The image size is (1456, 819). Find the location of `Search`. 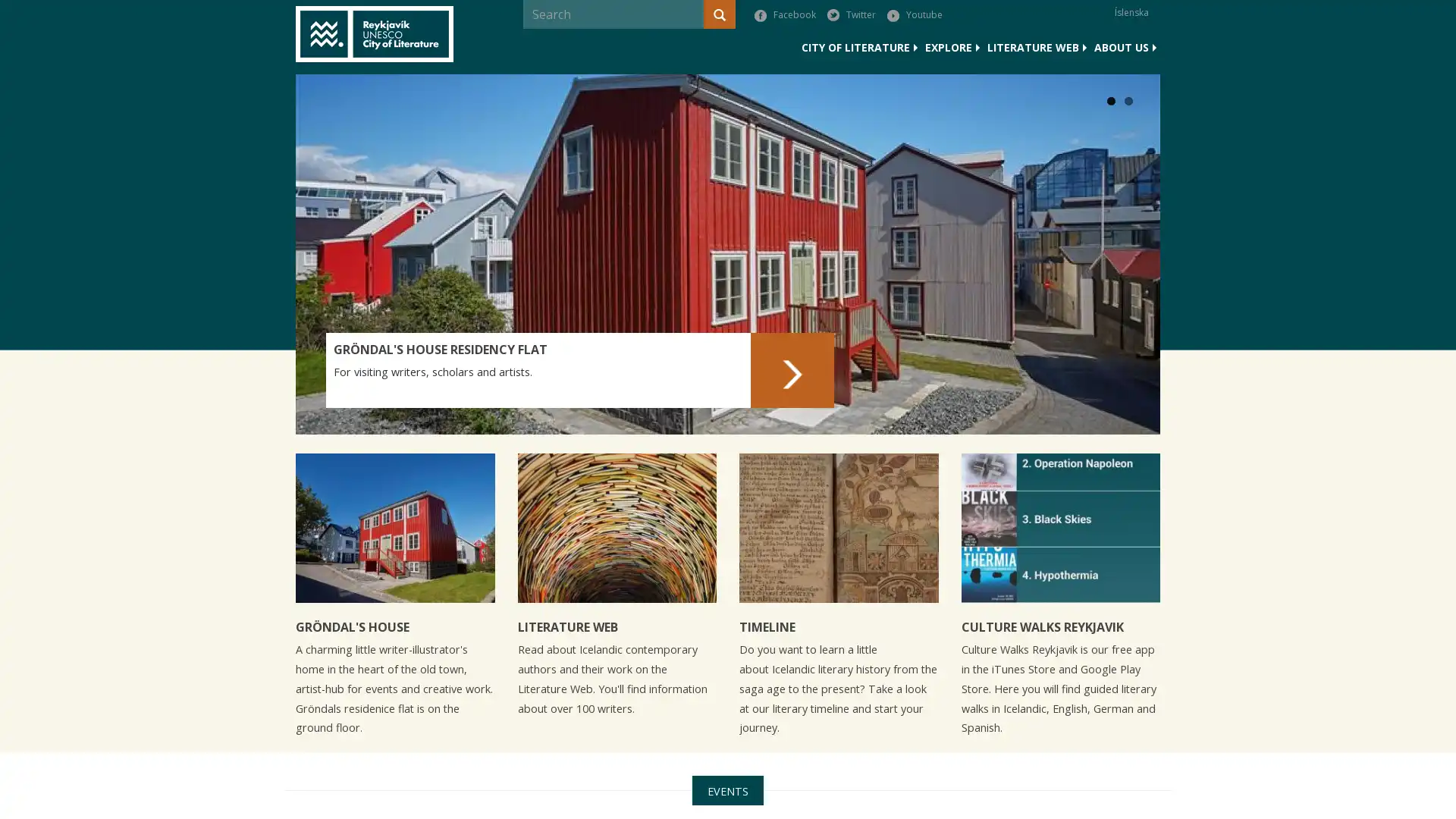

Search is located at coordinates (524, 42).